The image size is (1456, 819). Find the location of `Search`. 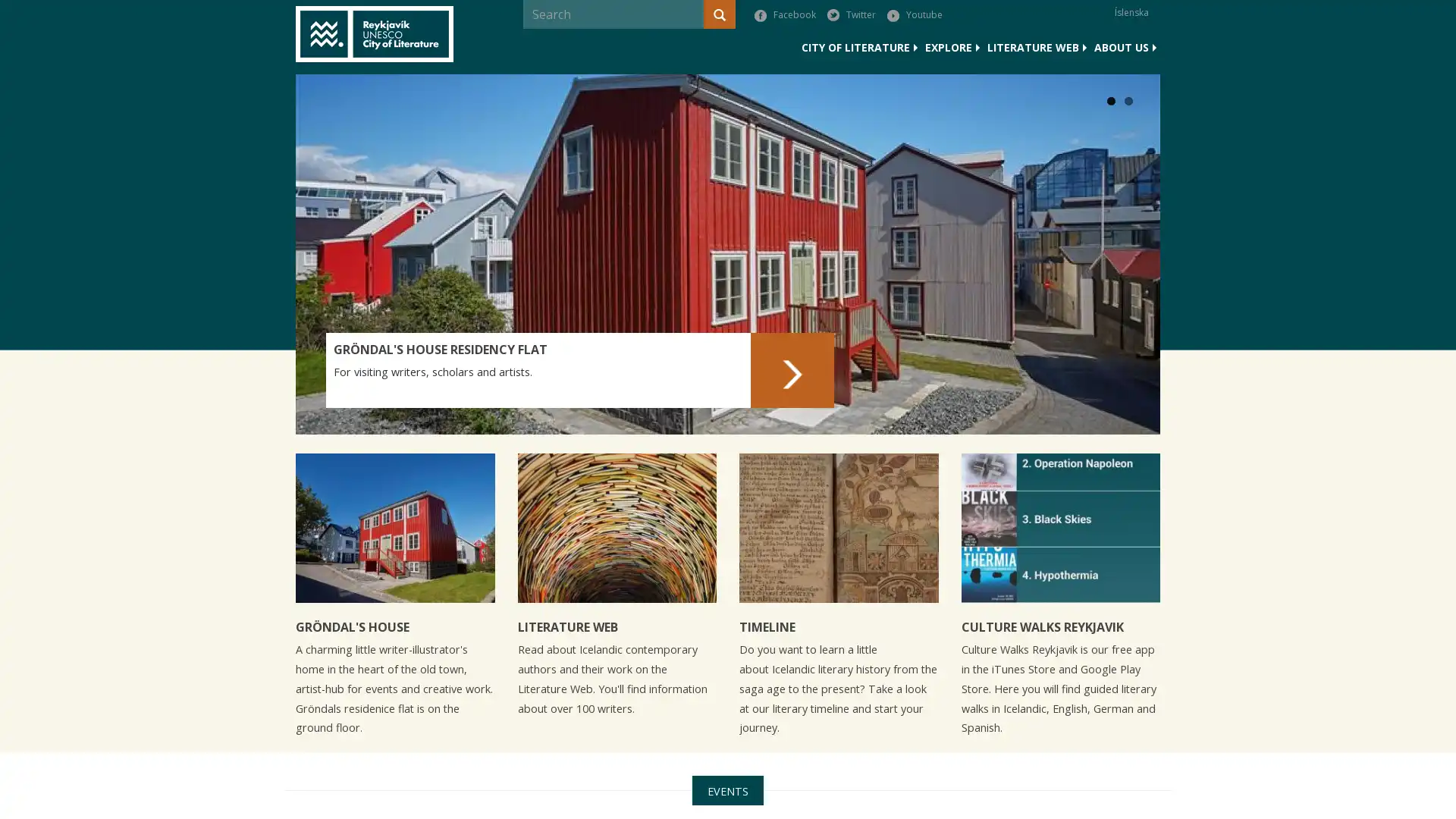

Search is located at coordinates (524, 42).